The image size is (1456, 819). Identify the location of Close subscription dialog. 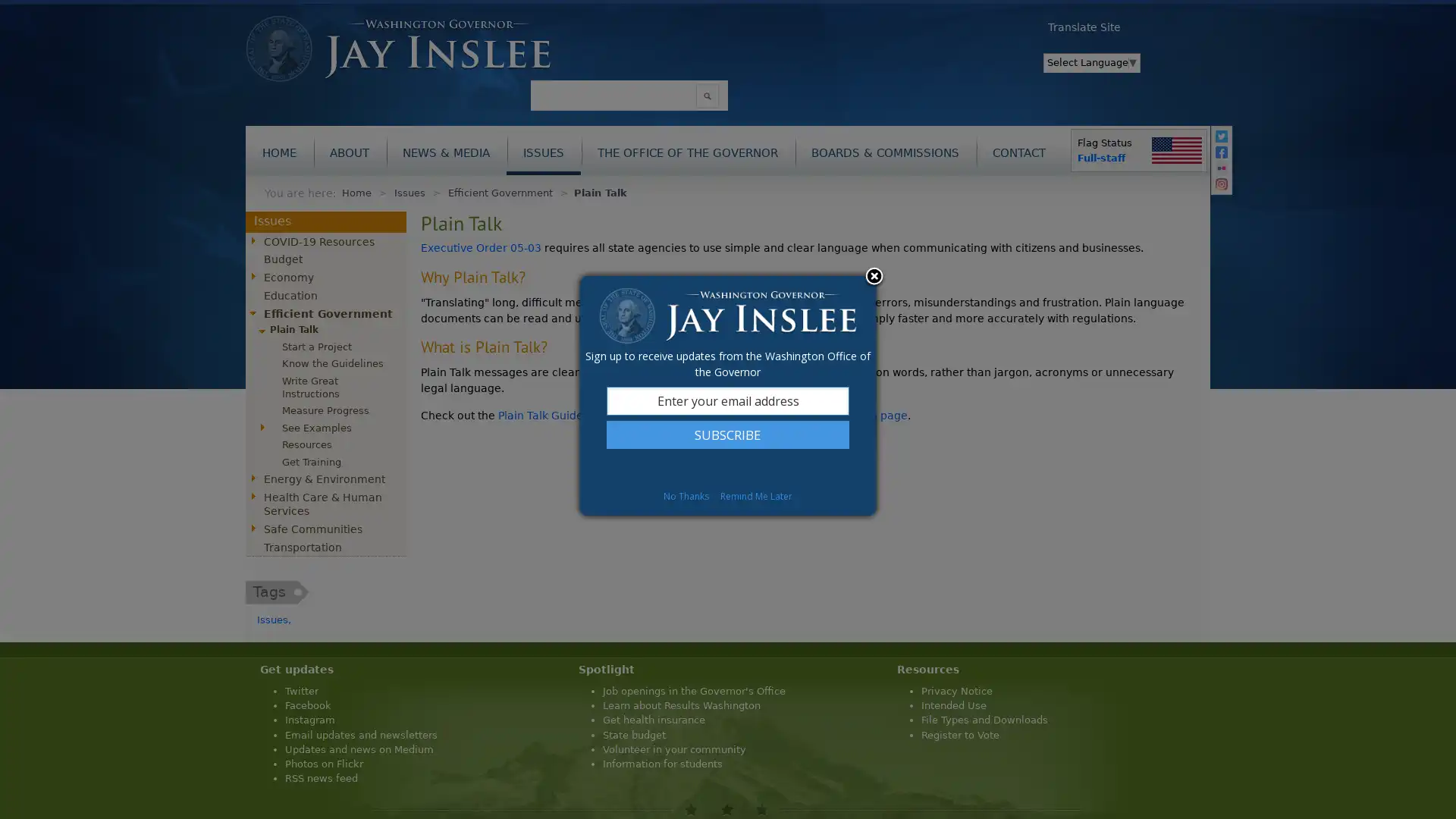
(874, 278).